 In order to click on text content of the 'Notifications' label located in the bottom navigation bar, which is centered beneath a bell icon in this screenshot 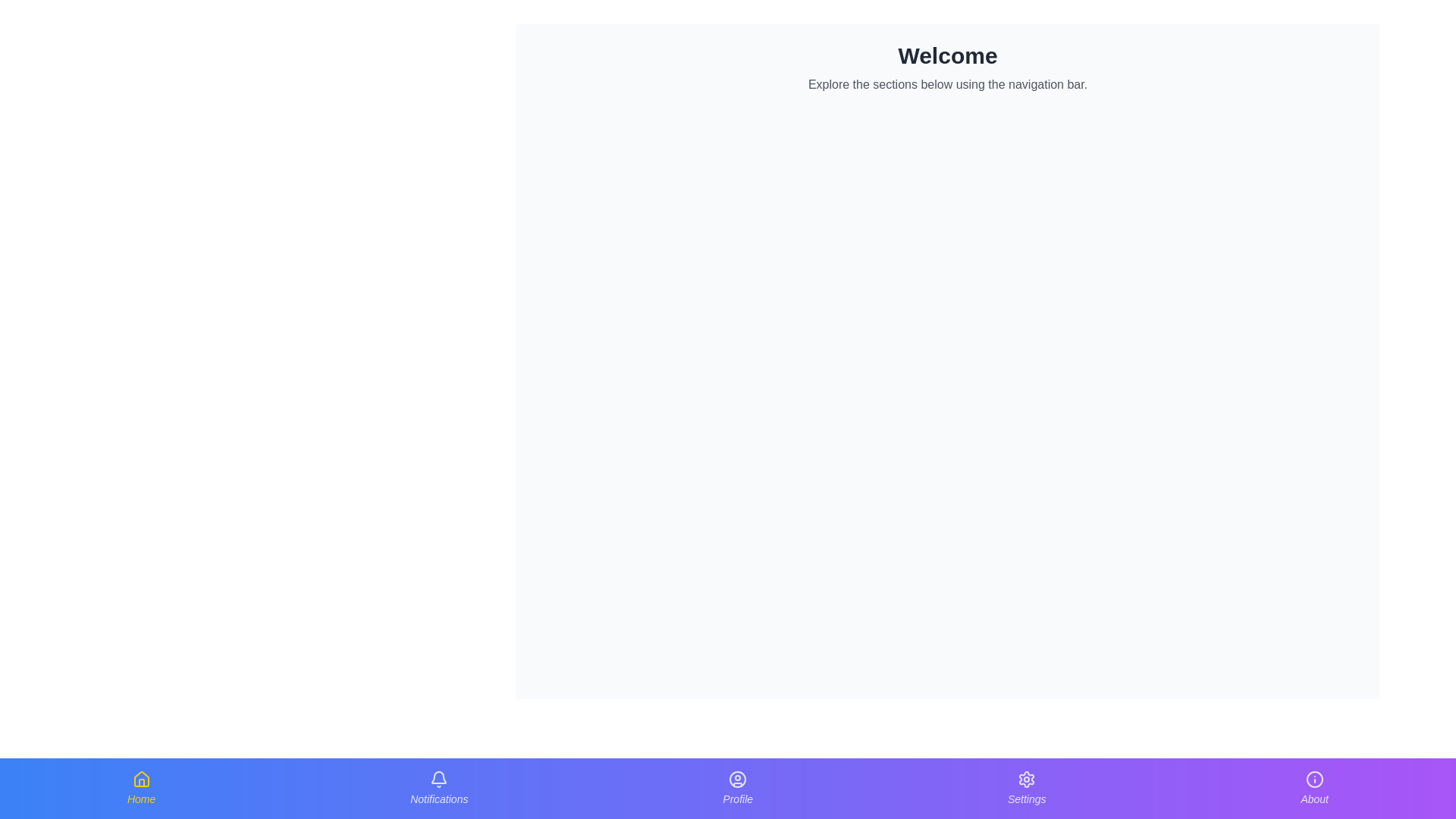, I will do `click(438, 798)`.